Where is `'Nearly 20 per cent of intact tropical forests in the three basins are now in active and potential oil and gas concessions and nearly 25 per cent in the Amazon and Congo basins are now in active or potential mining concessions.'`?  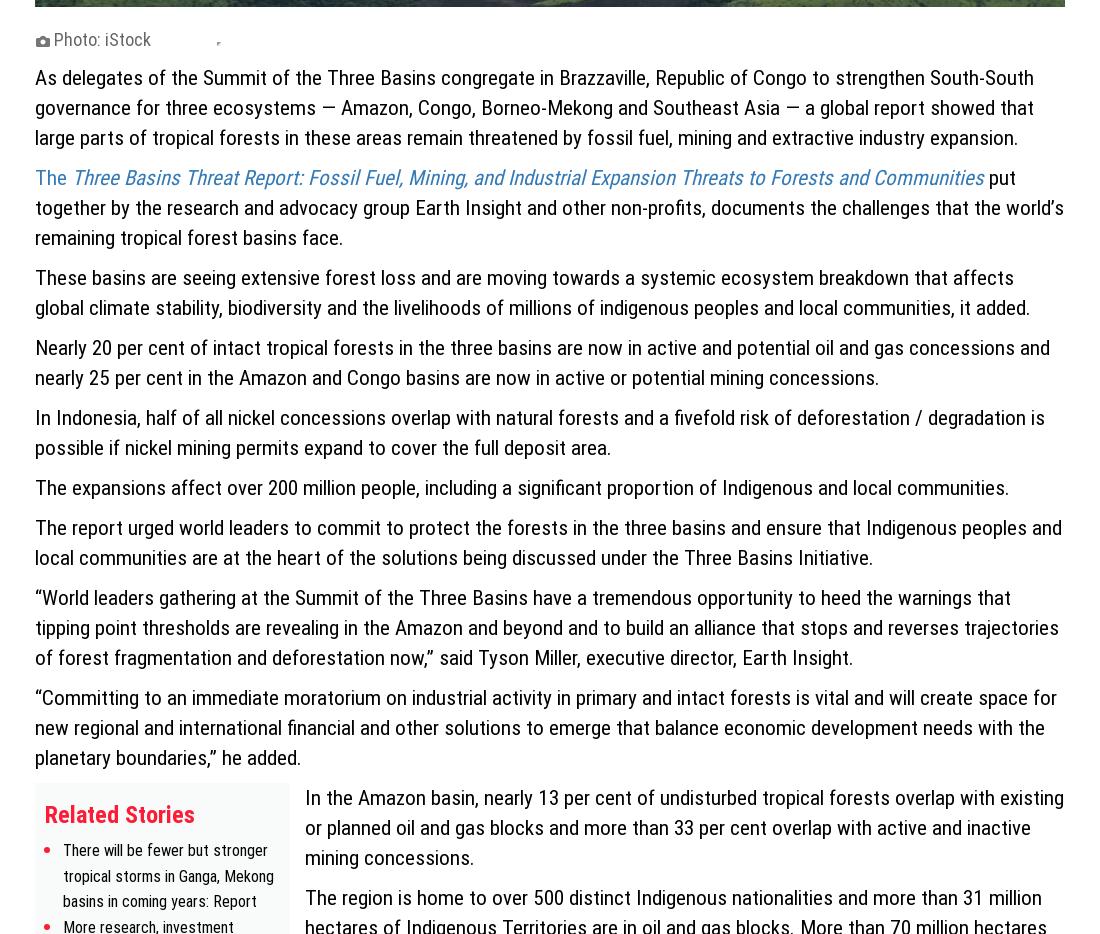
'Nearly 20 per cent of intact tropical forests in the three basins are now in active and potential oil and gas concessions and nearly 25 per cent in the Amazon and Congo basins are now in active or potential mining concessions.' is located at coordinates (542, 362).